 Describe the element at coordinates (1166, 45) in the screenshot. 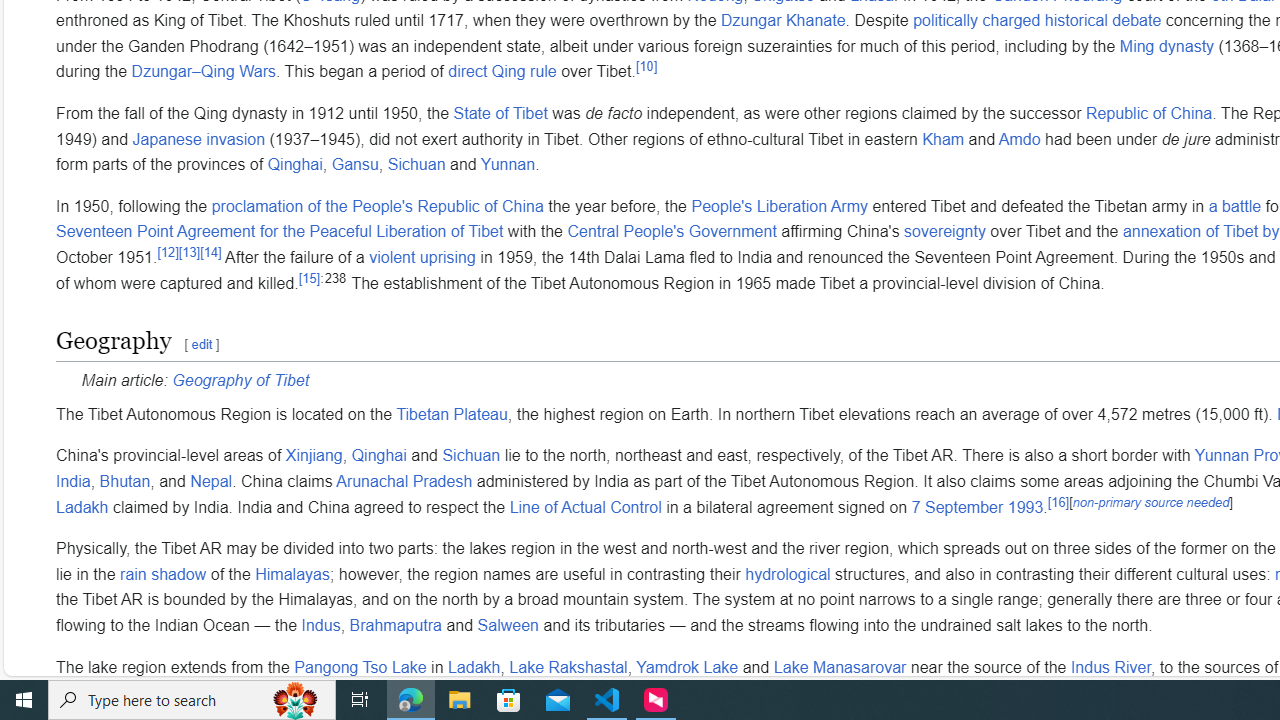

I see `'Ming dynasty'` at that location.